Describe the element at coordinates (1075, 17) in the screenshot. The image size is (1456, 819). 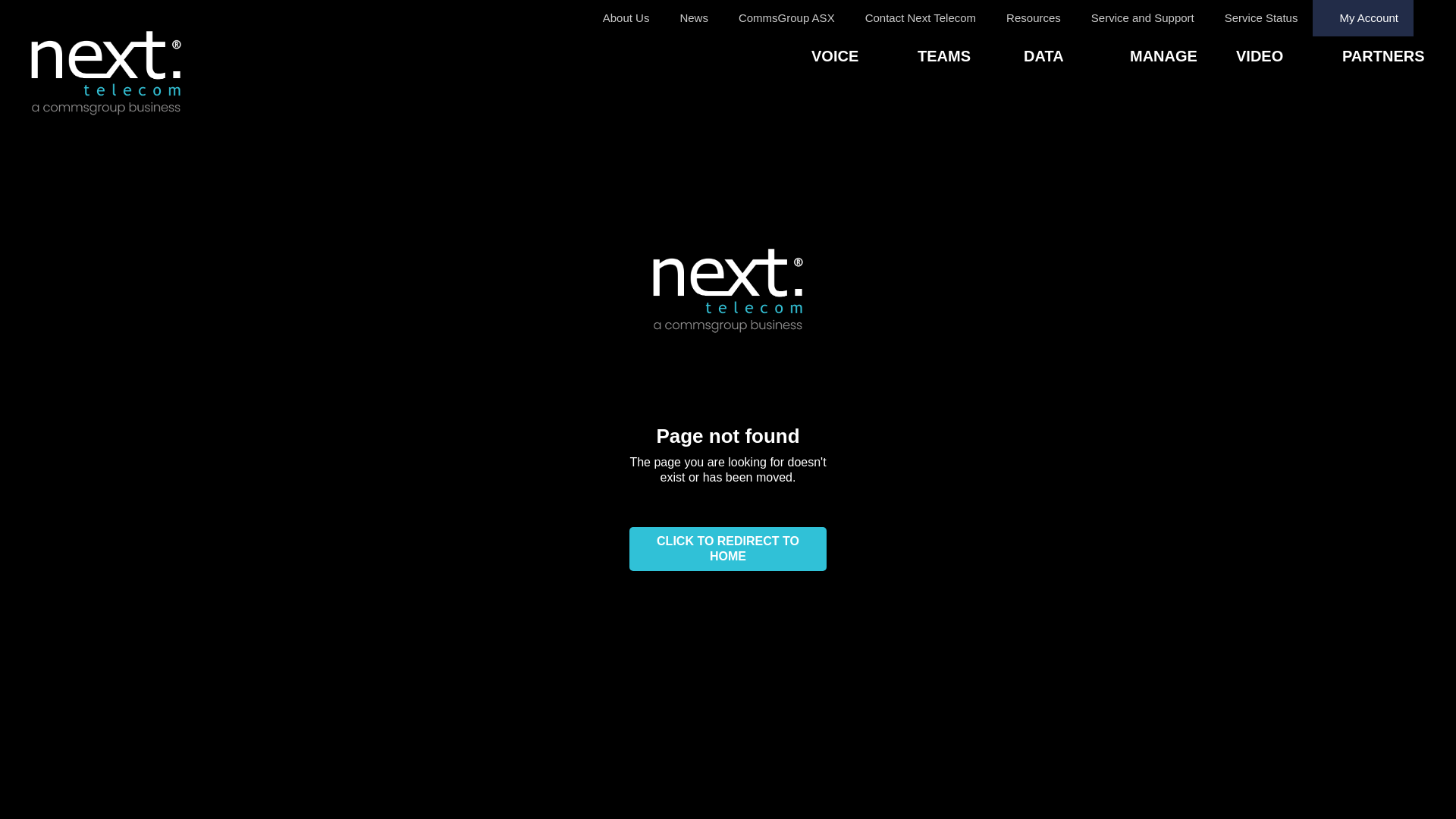
I see `'Service and Support'` at that location.